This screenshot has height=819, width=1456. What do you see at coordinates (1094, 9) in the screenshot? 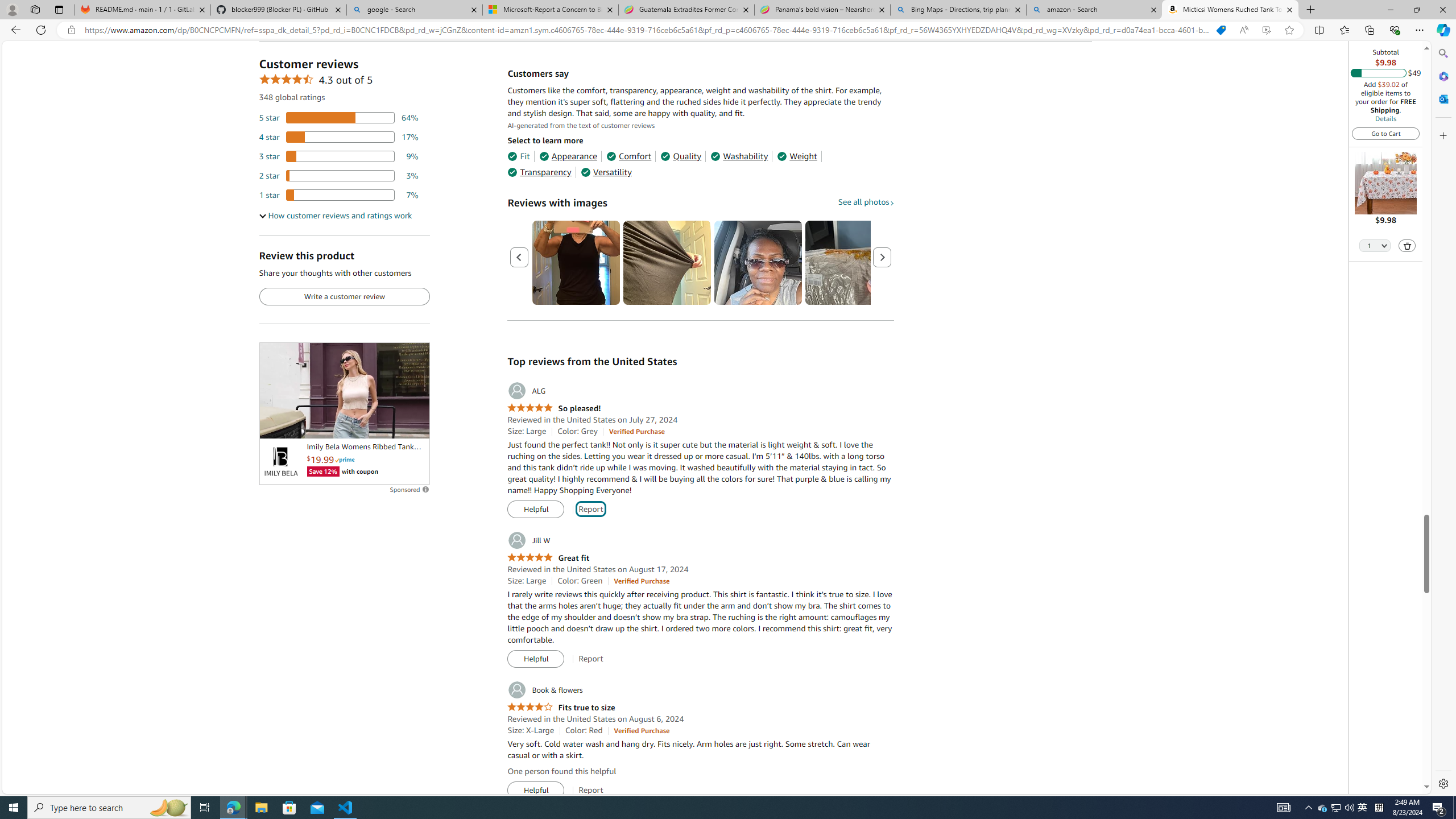
I see `'amazon - Search'` at bounding box center [1094, 9].